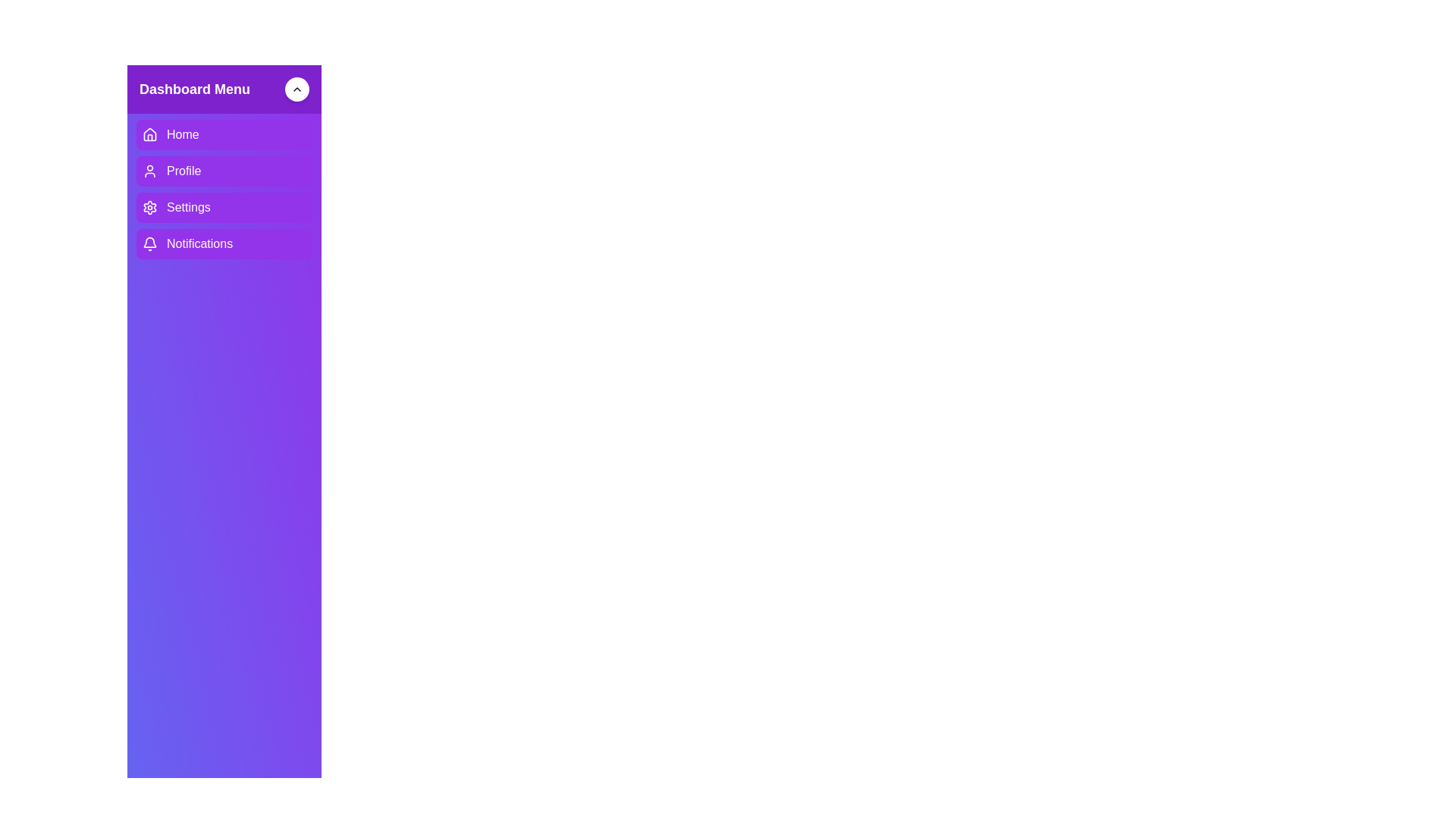 The image size is (1456, 819). What do you see at coordinates (149, 133) in the screenshot?
I see `the house-shaped icon with a purple background located on the left side of the 'Home' menu entry in the vertical navigation panel under 'Dashboard Menu'` at bounding box center [149, 133].